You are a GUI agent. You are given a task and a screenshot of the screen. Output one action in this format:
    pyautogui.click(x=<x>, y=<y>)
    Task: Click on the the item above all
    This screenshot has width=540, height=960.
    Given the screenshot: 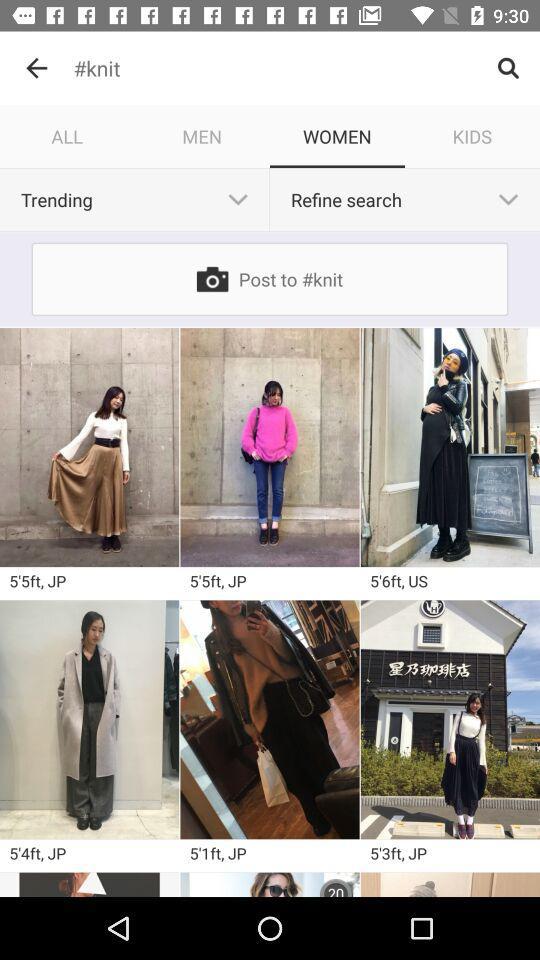 What is the action you would take?
    pyautogui.click(x=36, y=68)
    